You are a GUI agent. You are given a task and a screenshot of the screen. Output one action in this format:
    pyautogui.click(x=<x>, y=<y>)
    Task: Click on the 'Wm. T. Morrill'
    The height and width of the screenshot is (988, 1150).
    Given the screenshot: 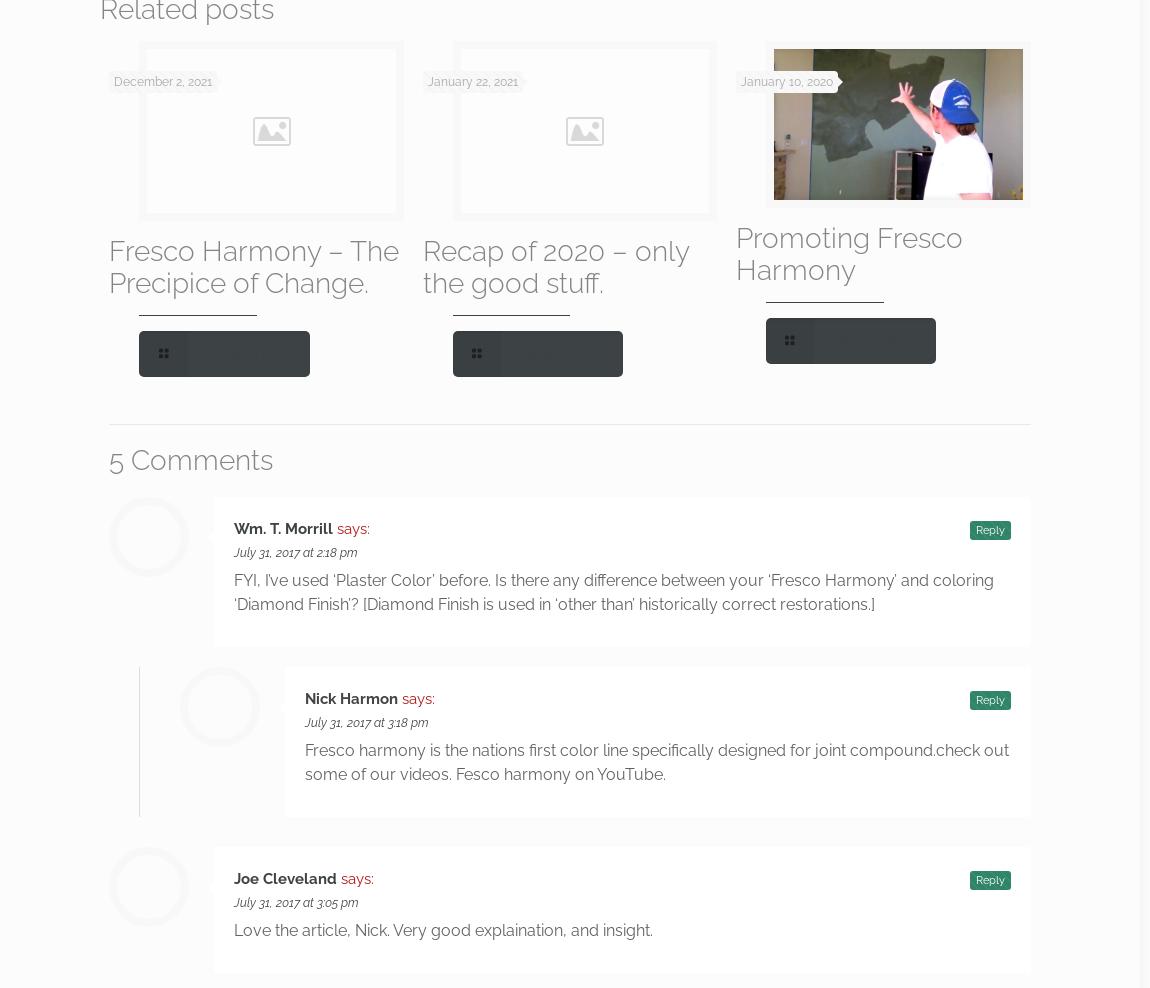 What is the action you would take?
    pyautogui.click(x=282, y=527)
    